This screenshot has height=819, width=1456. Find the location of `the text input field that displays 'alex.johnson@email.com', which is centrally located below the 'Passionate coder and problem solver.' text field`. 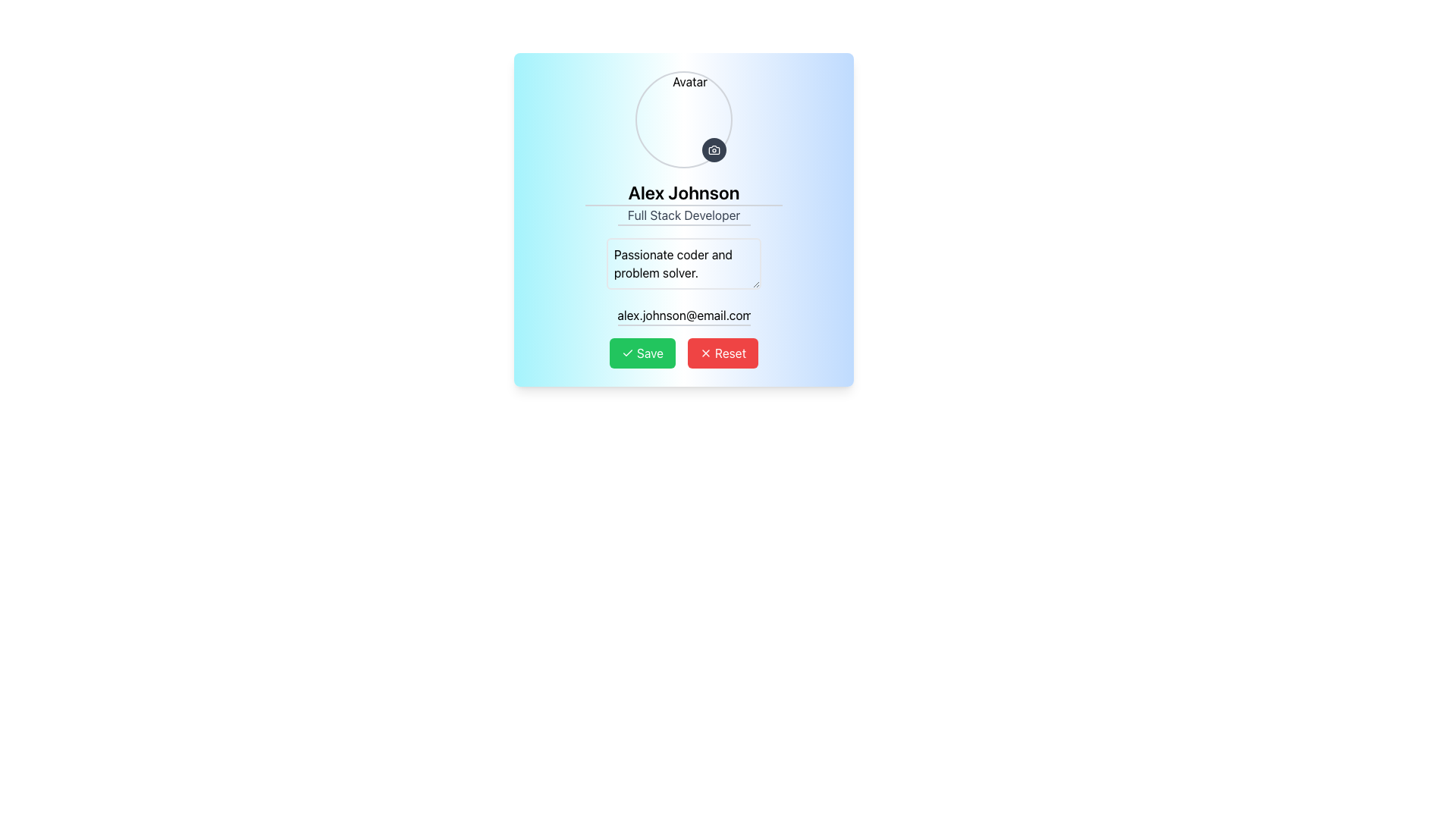

the text input field that displays 'alex.johnson@email.com', which is centrally located below the 'Passionate coder and problem solver.' text field is located at coordinates (683, 315).